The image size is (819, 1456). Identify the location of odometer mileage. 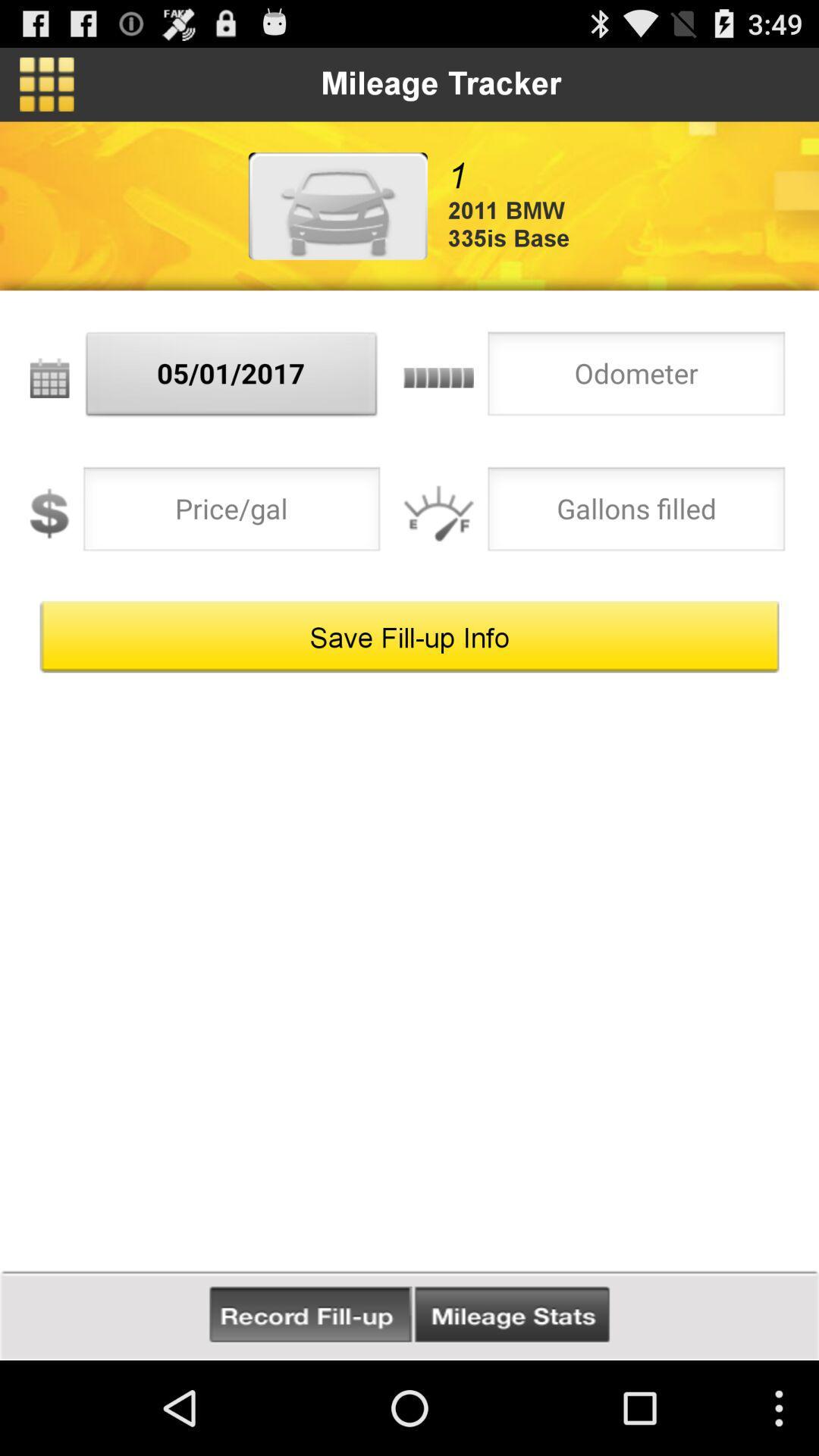
(636, 378).